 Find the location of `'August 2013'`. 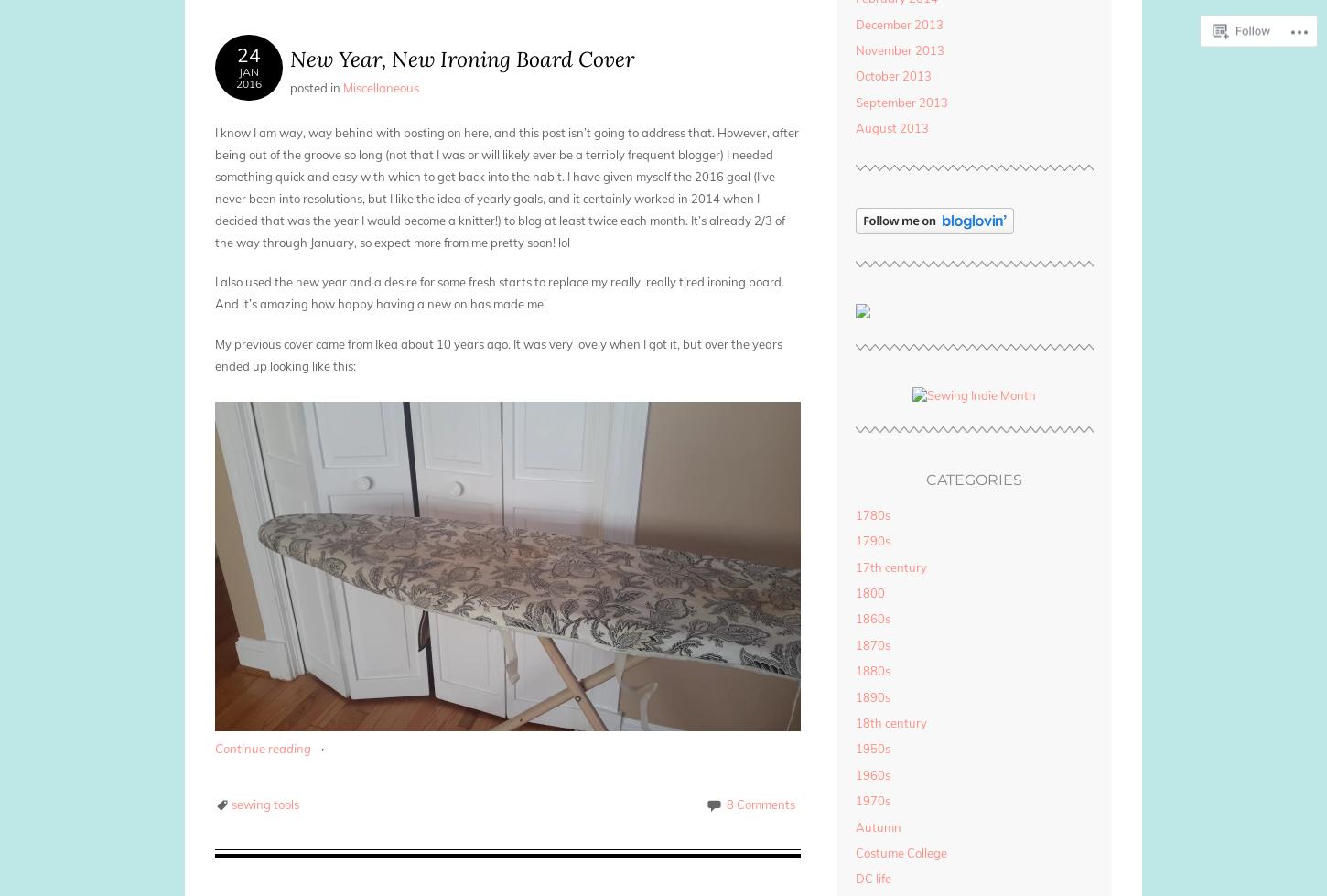

'August 2013' is located at coordinates (890, 127).